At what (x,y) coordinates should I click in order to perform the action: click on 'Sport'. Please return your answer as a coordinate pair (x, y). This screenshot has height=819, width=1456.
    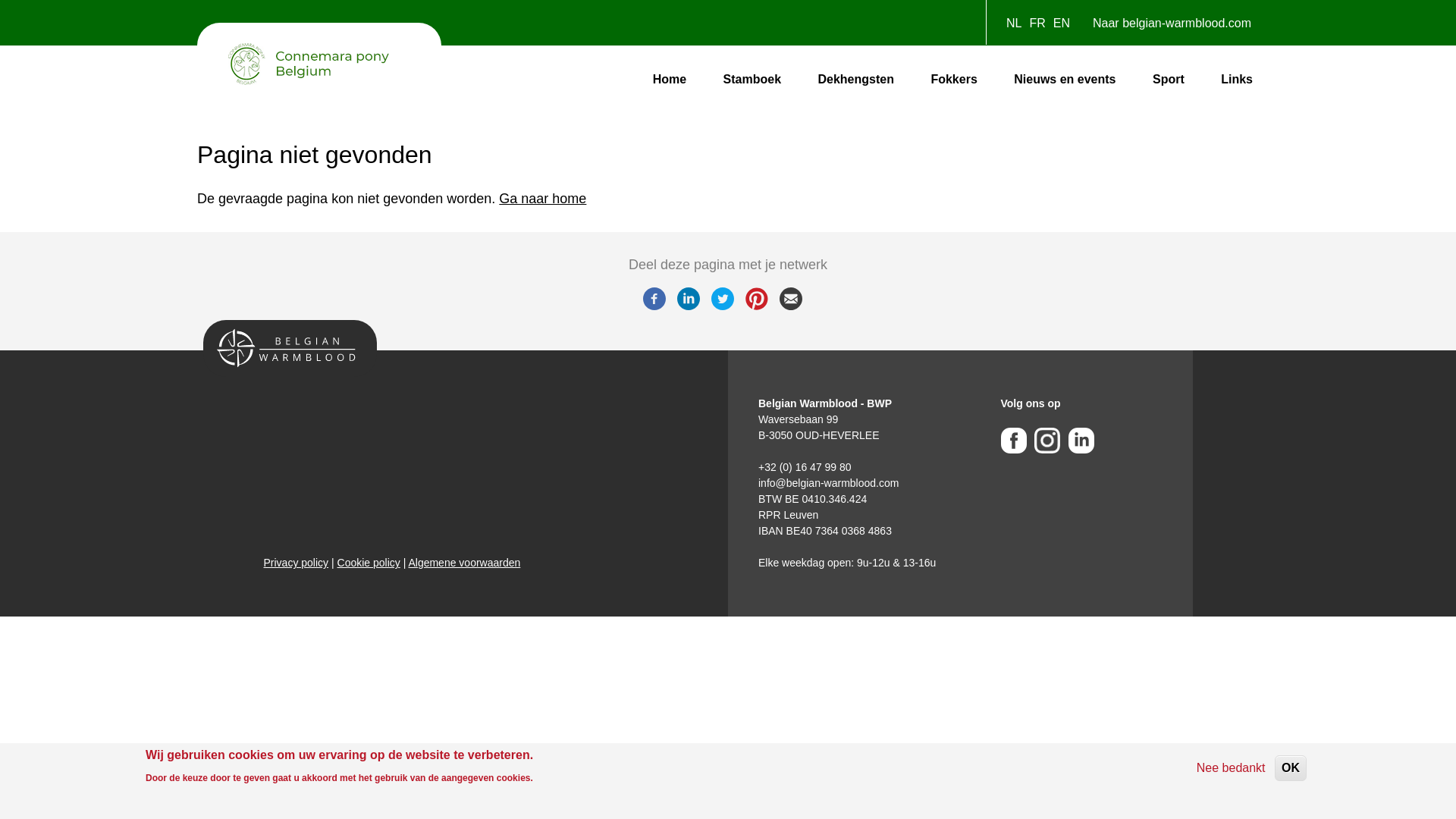
    Looking at the image, I should click on (1147, 79).